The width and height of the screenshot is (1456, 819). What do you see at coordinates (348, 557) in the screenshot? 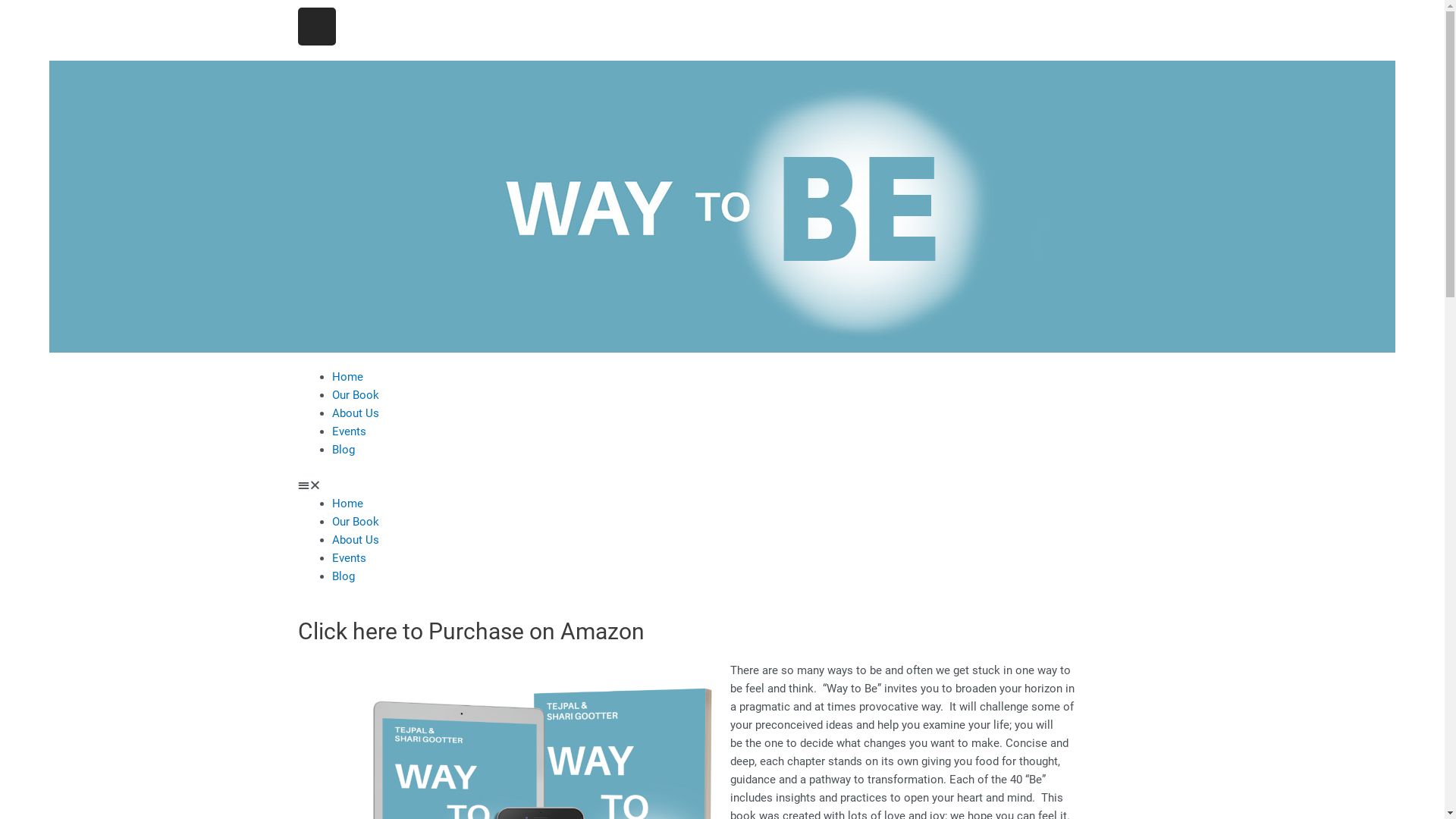
I see `'Events'` at bounding box center [348, 557].